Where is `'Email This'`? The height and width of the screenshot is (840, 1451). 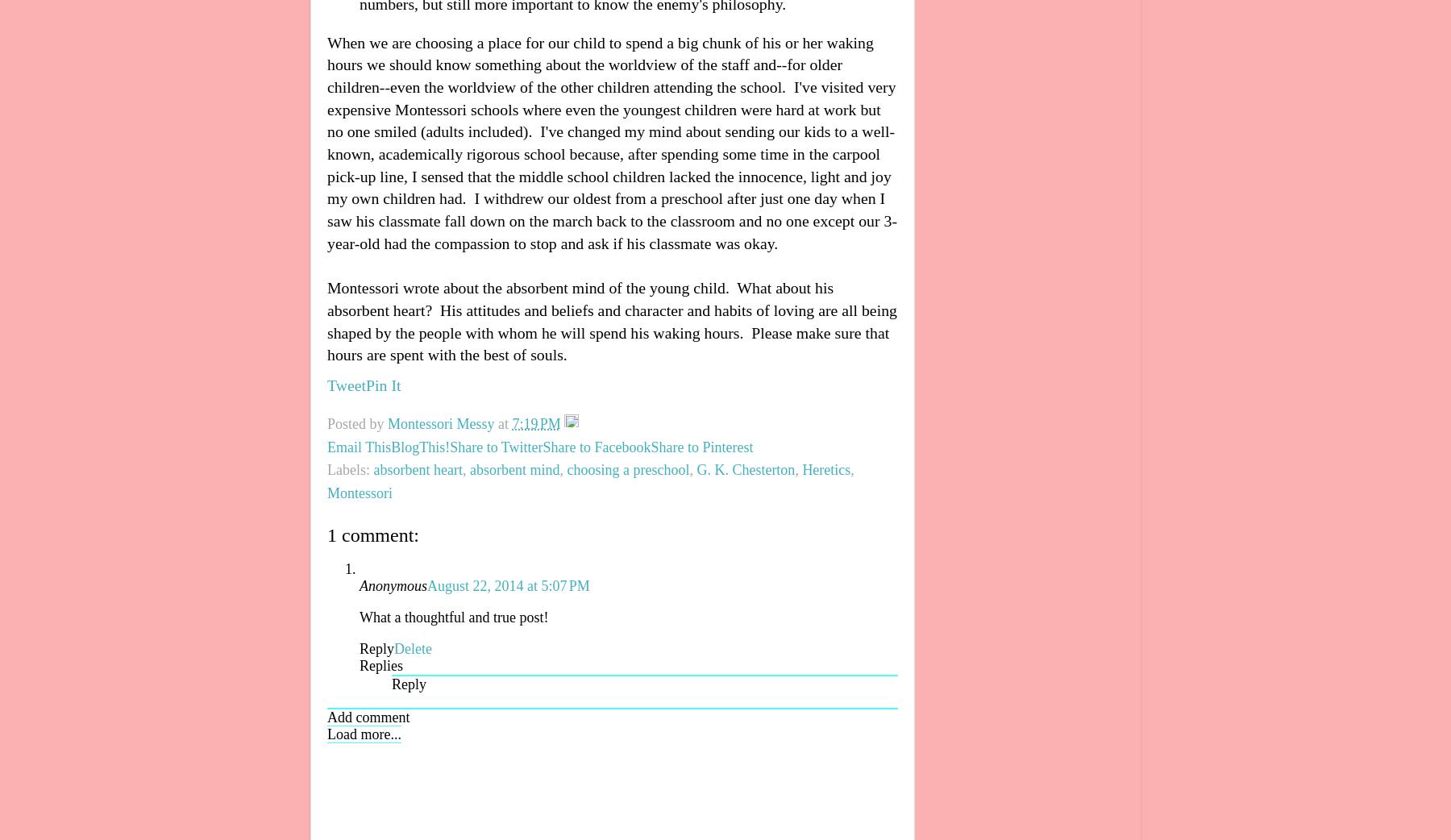
'Email This' is located at coordinates (359, 446).